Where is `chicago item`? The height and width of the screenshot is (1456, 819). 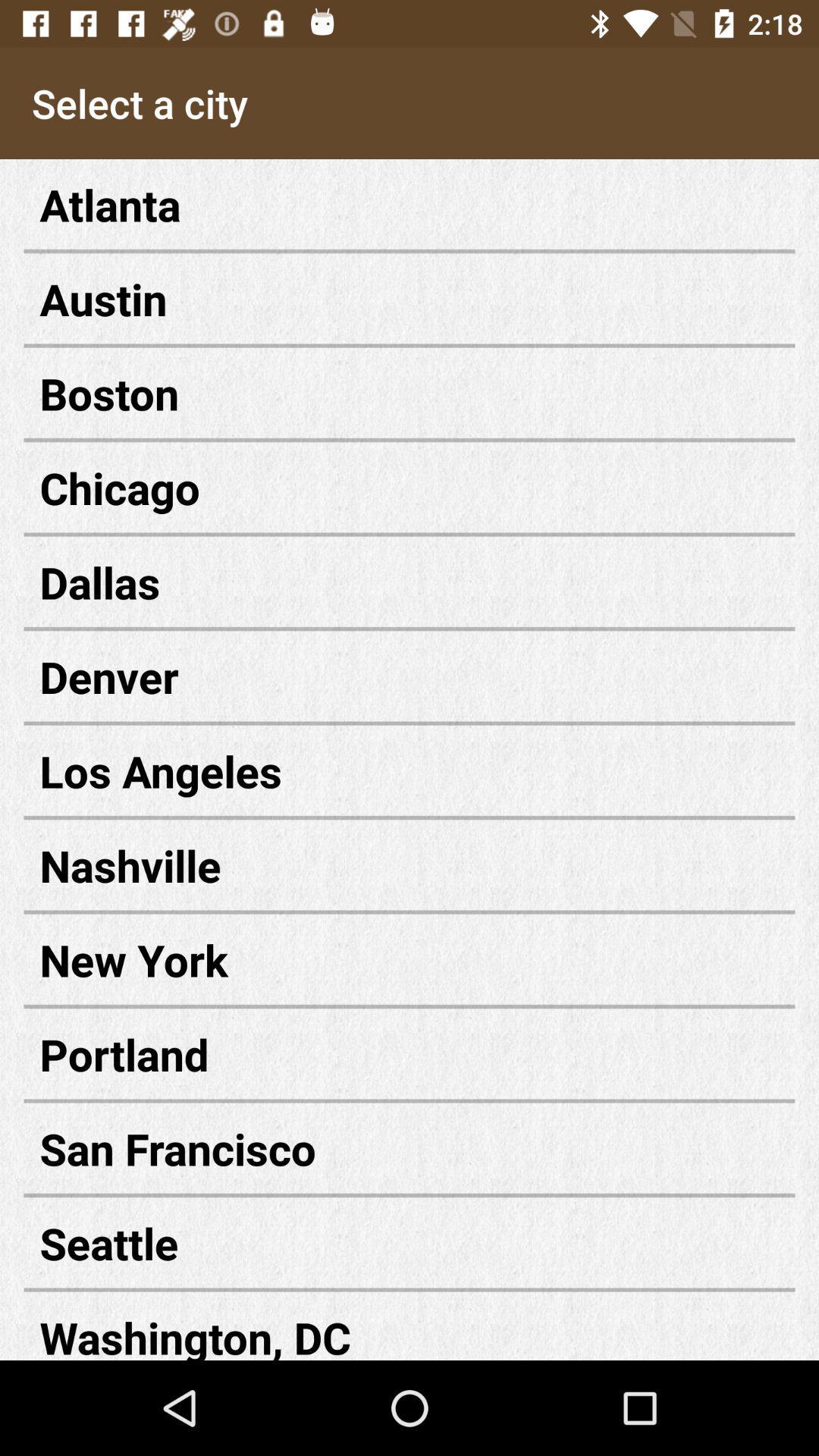
chicago item is located at coordinates (409, 488).